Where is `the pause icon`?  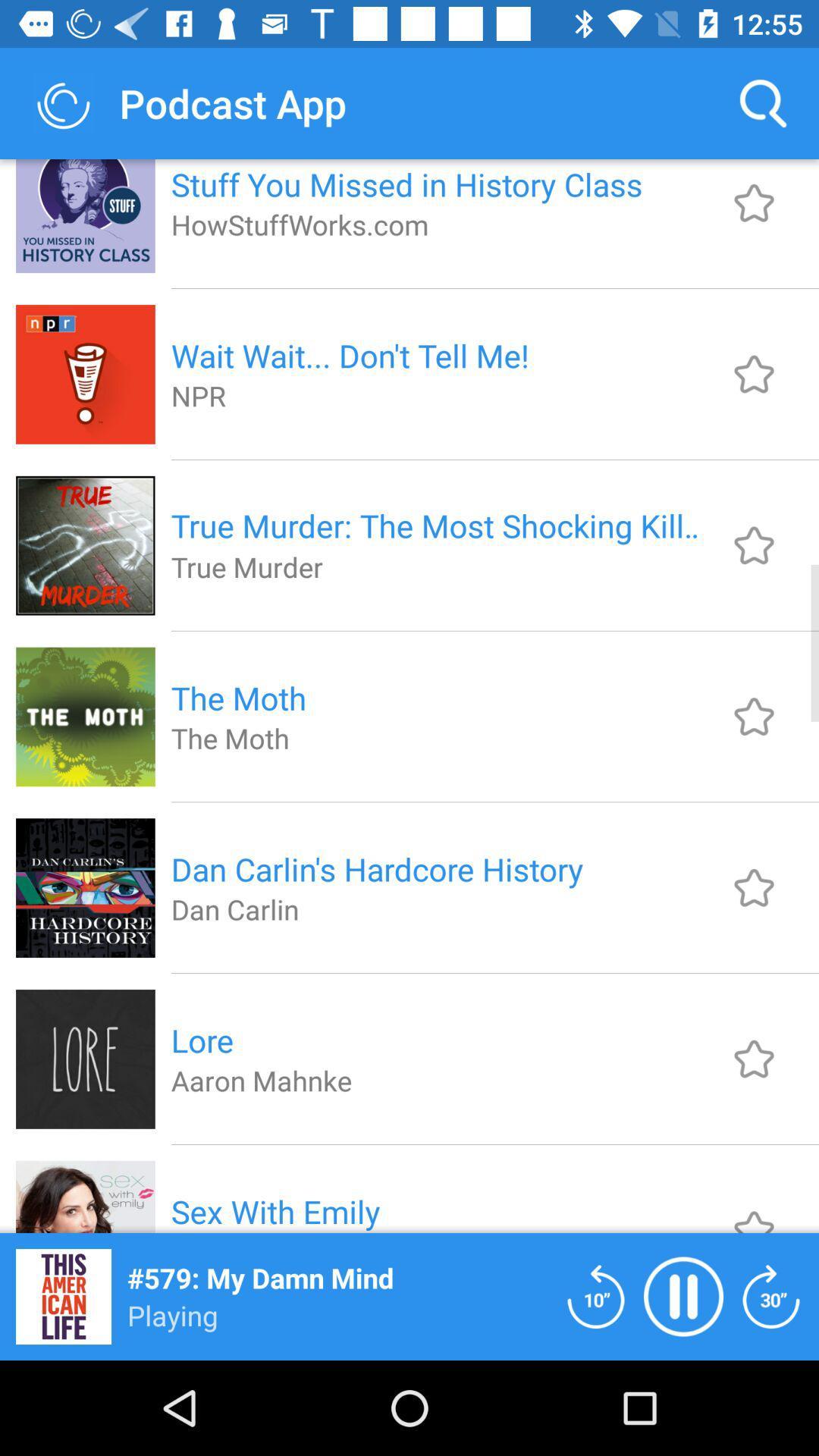
the pause icon is located at coordinates (683, 1295).